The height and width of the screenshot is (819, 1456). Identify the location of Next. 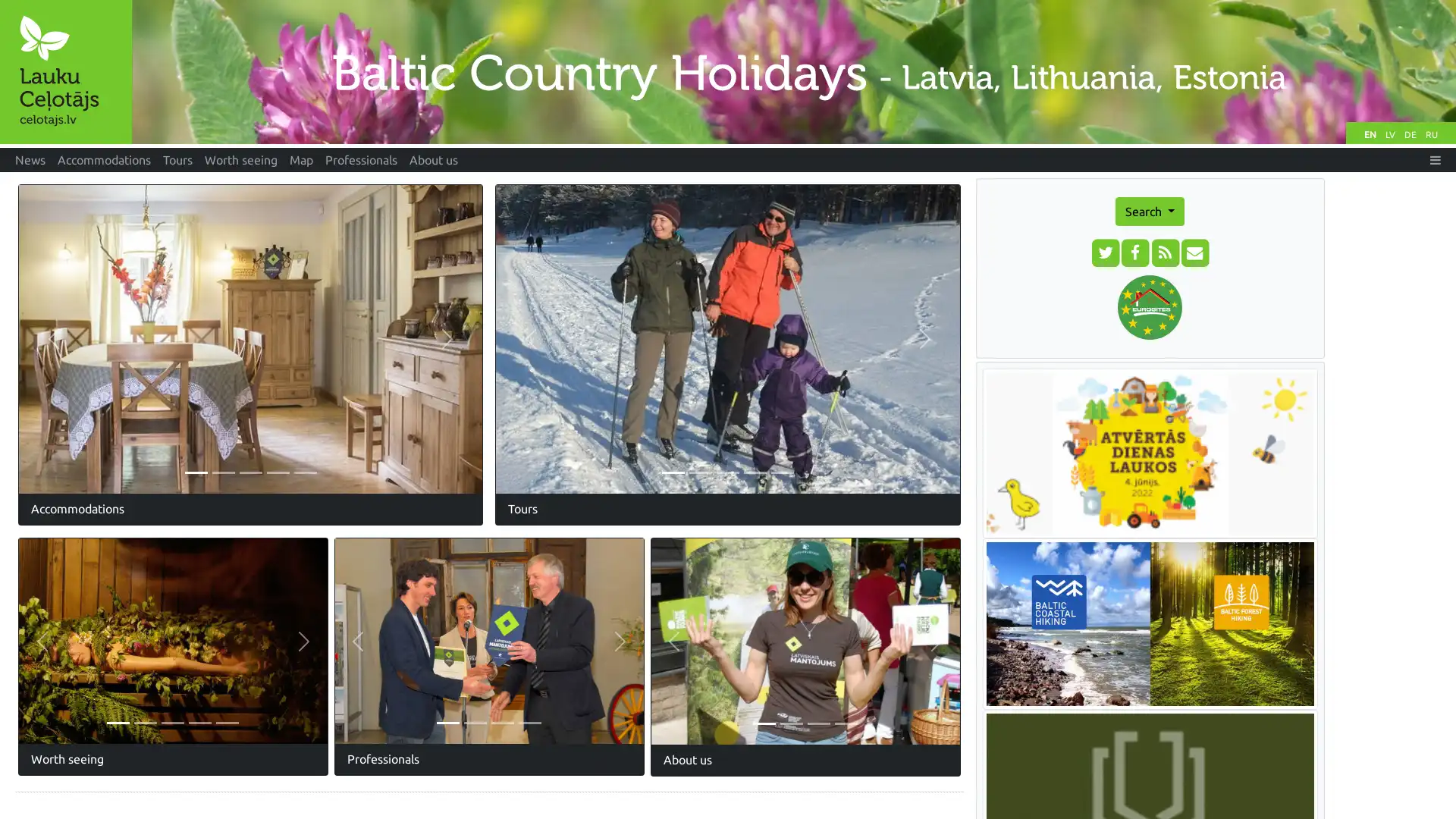
(620, 641).